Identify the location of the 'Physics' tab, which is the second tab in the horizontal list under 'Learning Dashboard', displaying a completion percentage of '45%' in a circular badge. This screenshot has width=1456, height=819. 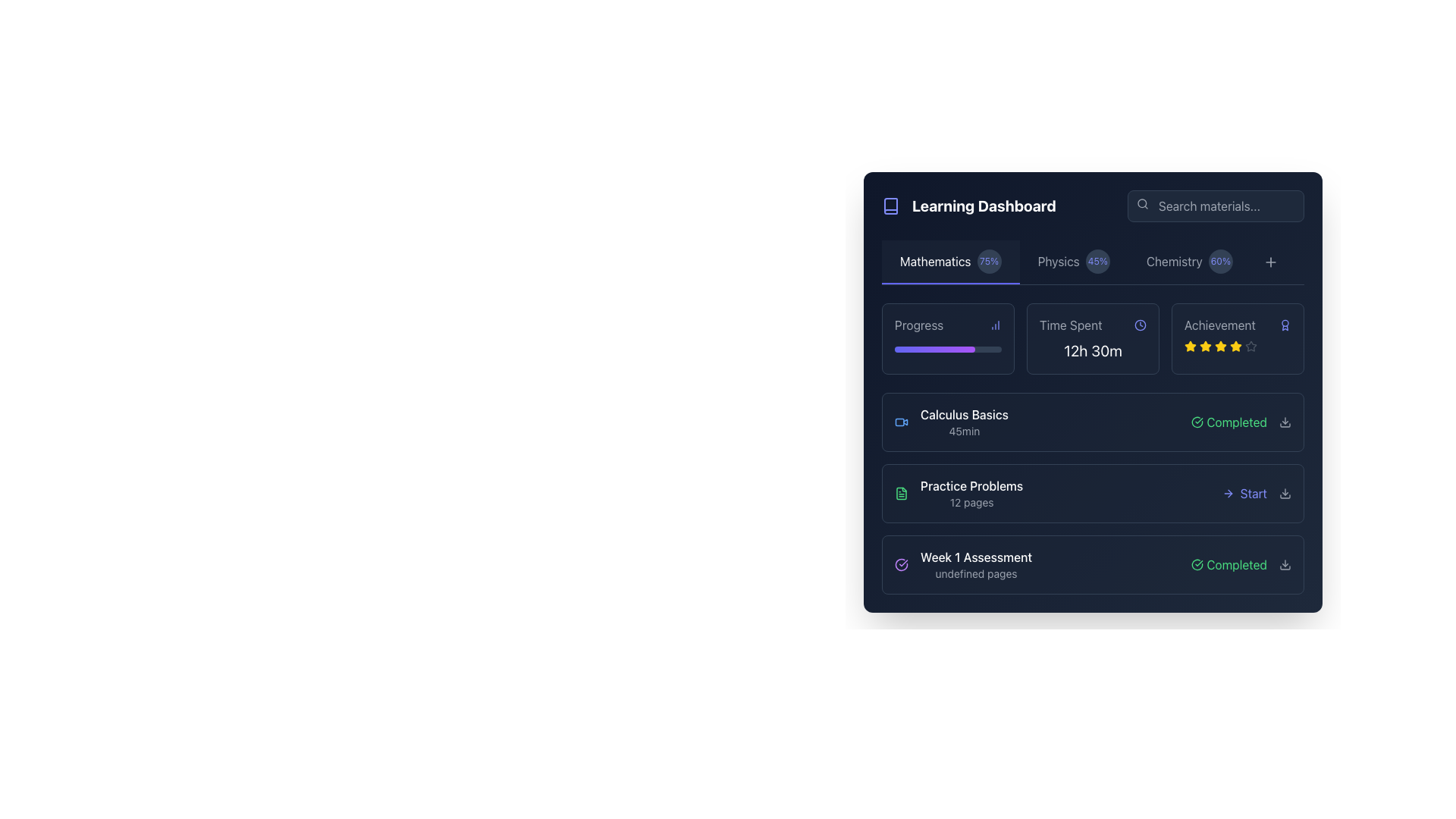
(1073, 262).